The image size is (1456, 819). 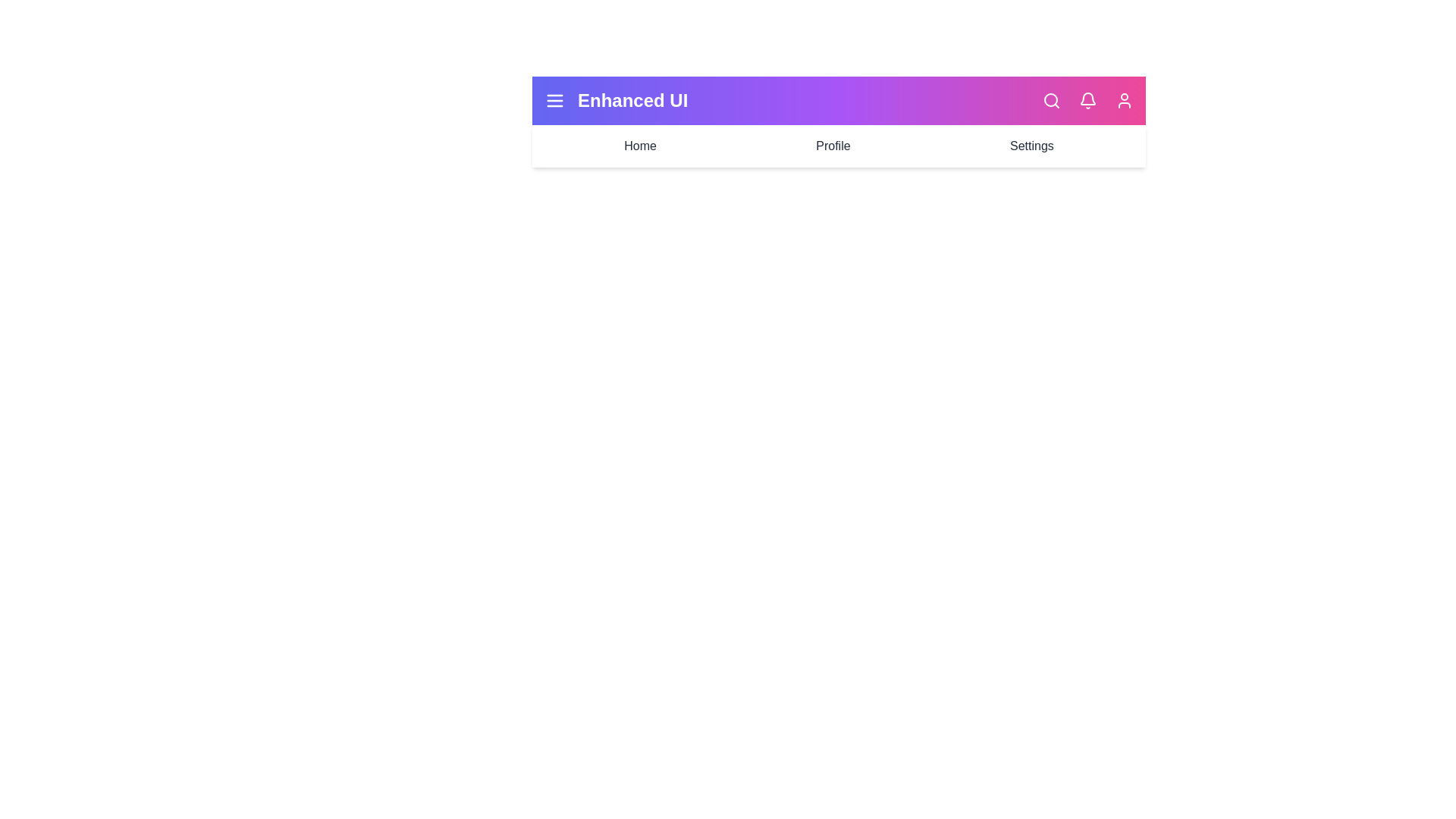 What do you see at coordinates (554, 100) in the screenshot?
I see `the menu icon to toggle the menu visibility` at bounding box center [554, 100].